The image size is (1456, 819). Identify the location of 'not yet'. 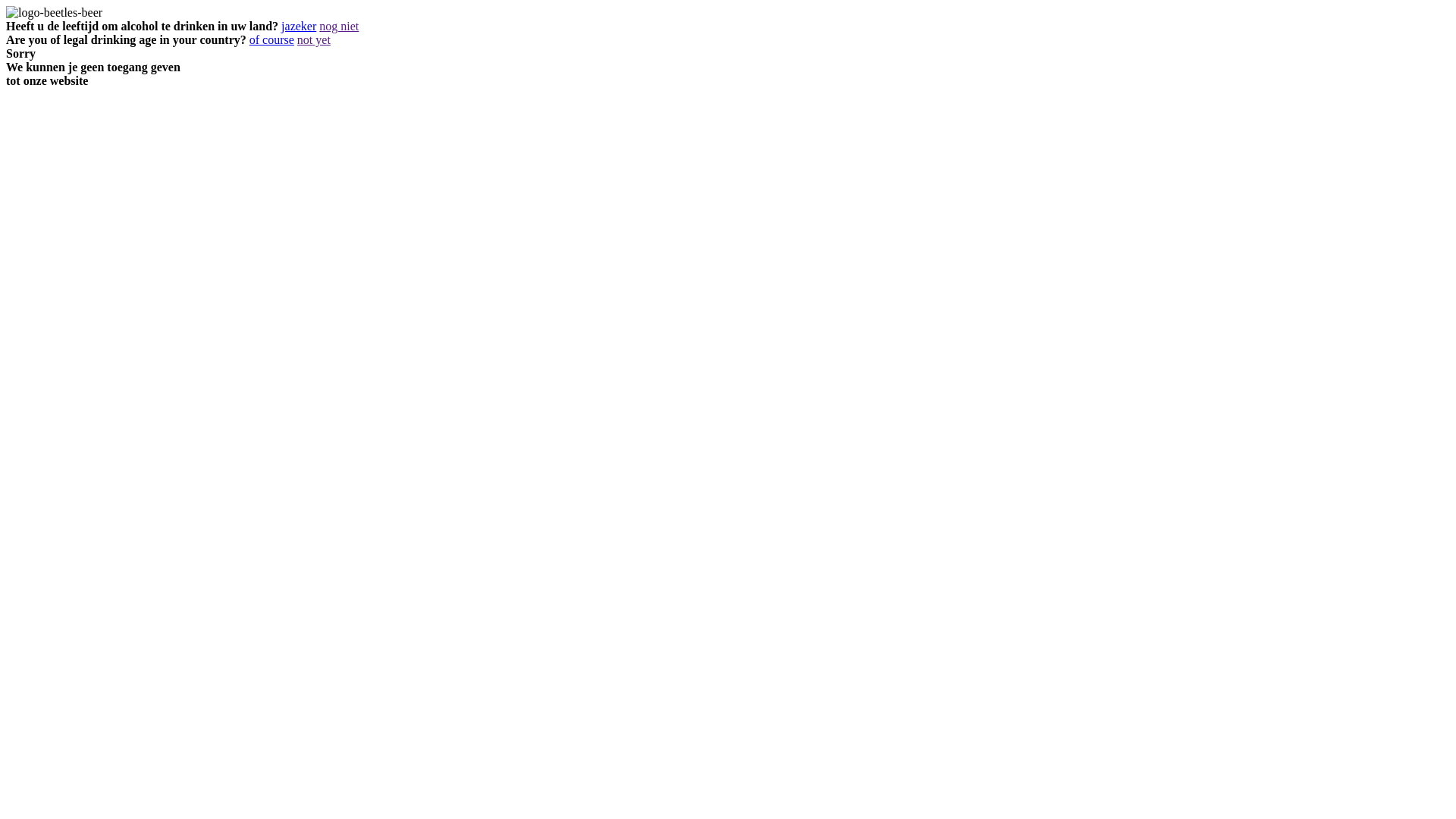
(312, 39).